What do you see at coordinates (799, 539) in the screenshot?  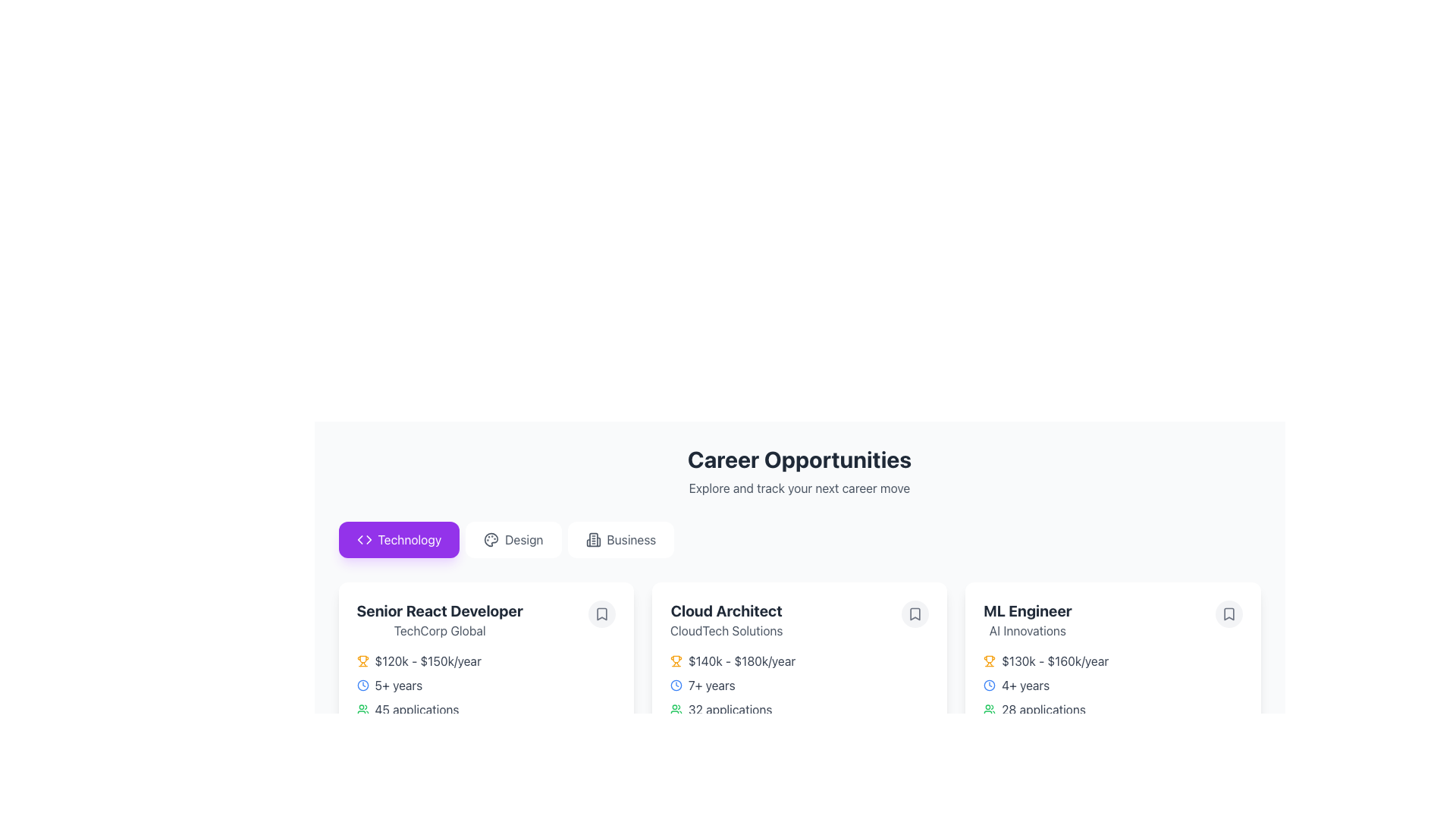 I see `the category in the Navigation bar located below the 'Career Opportunities' heading` at bounding box center [799, 539].